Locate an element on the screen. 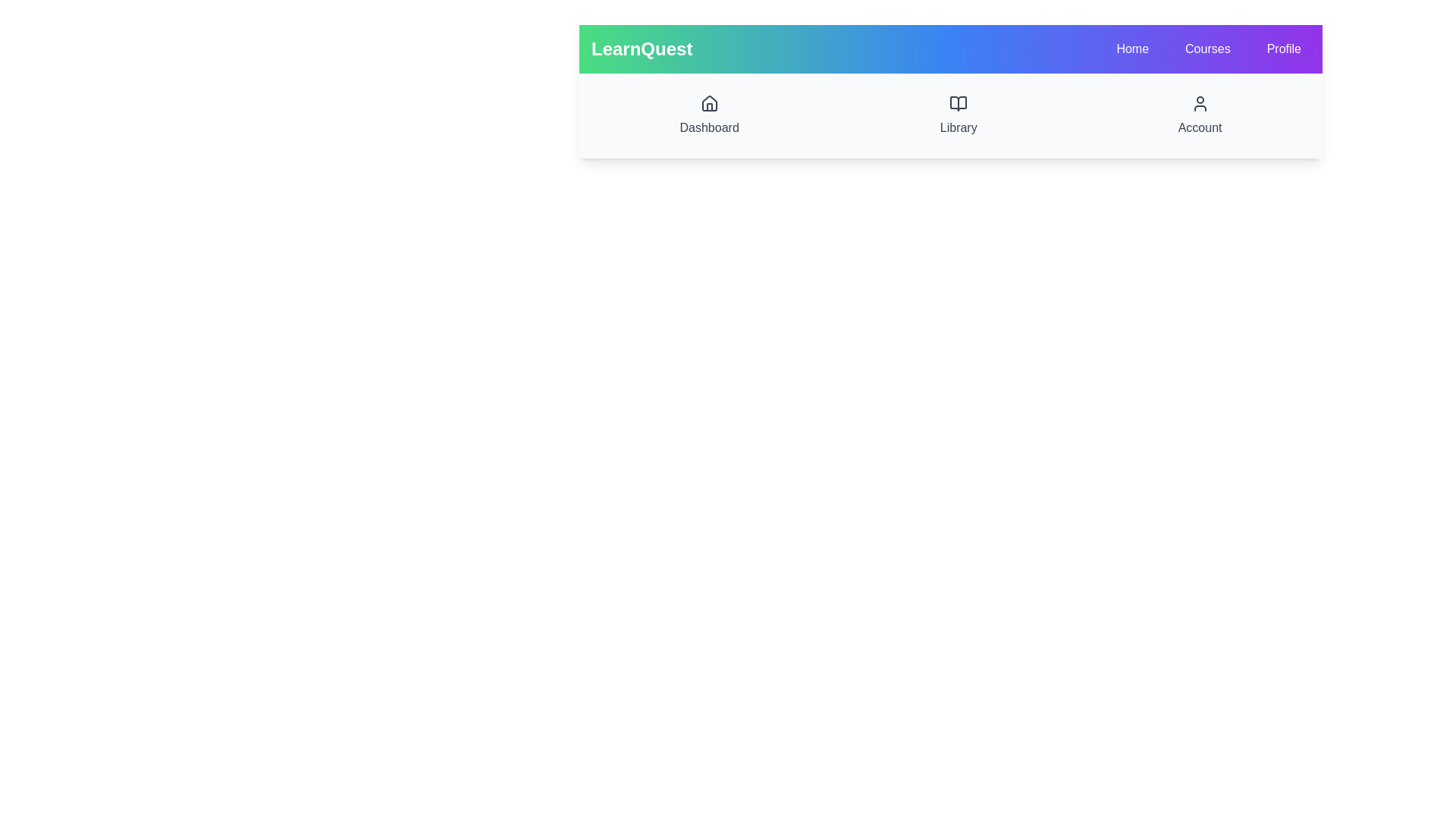 This screenshot has width=1456, height=819. the Profile to observe its hover effect is located at coordinates (1283, 49).